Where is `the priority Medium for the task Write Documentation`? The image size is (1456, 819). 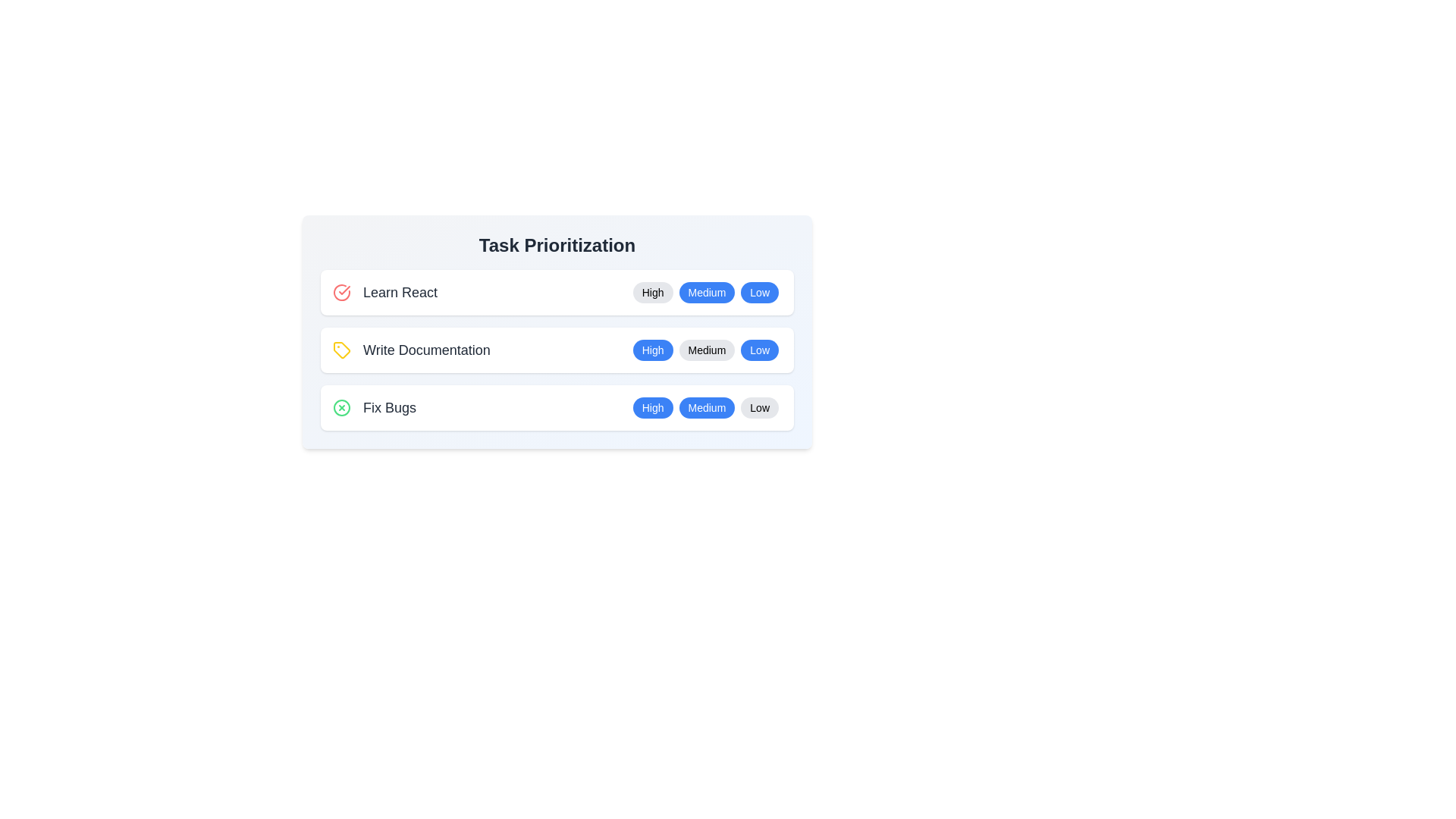
the priority Medium for the task Write Documentation is located at coordinates (705, 350).